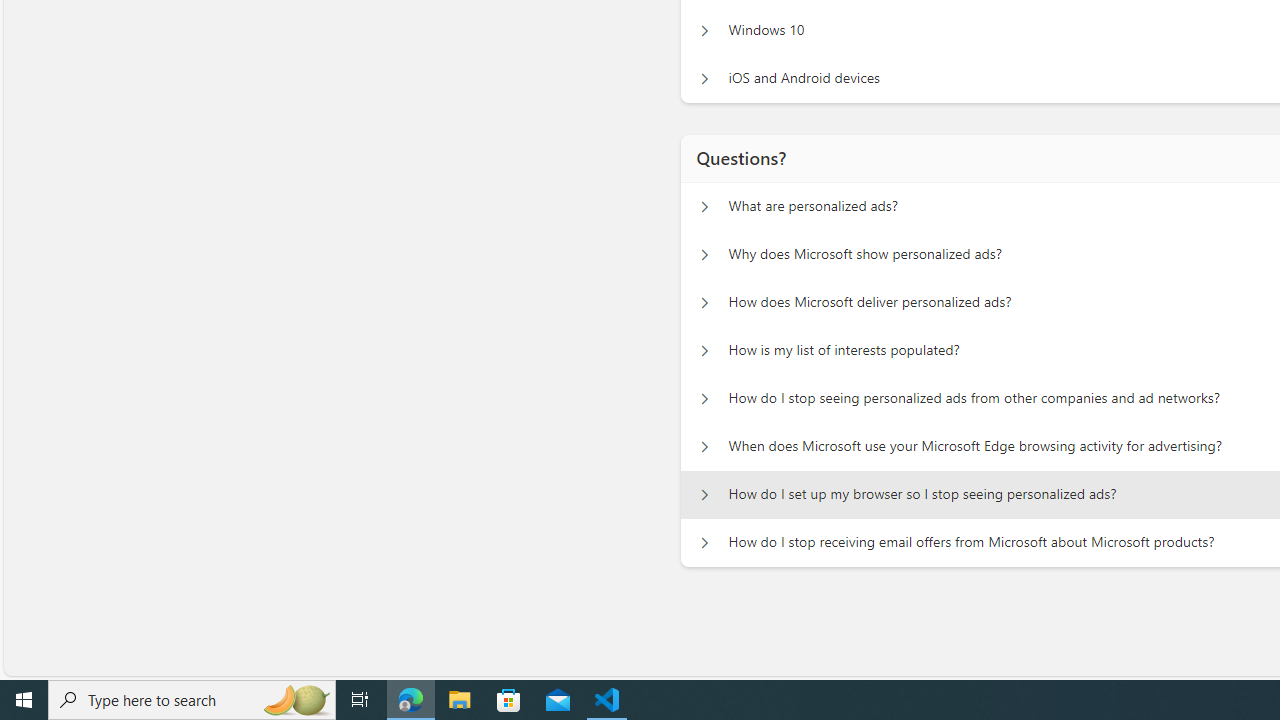  I want to click on 'Questions? How does Microsoft deliver personalized ads?', so click(704, 303).